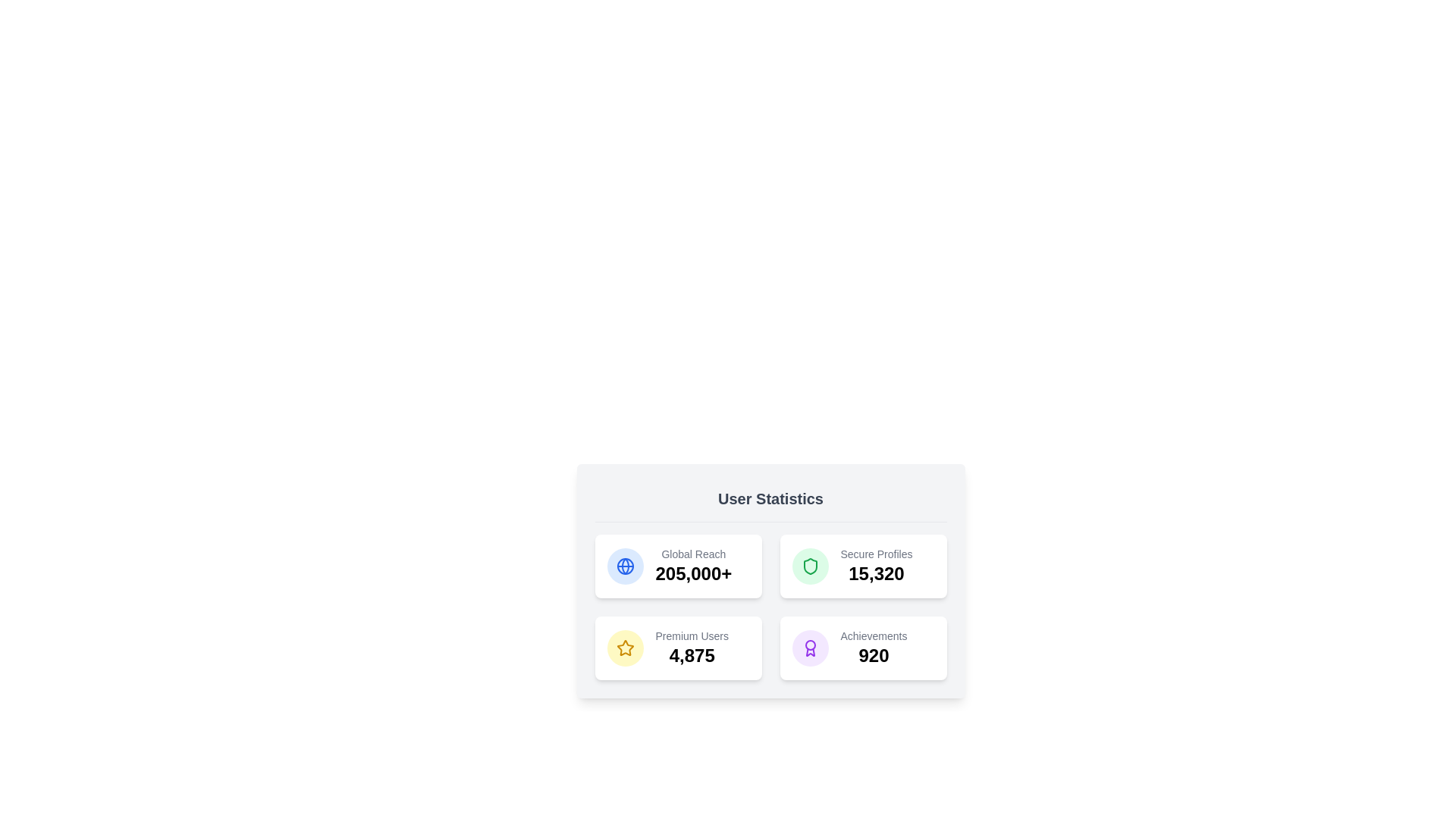  I want to click on the circular icon with a blue border resembling a globe, located in the top left card of the 'User Statistics' panel, for accessibility purposes, so click(625, 566).